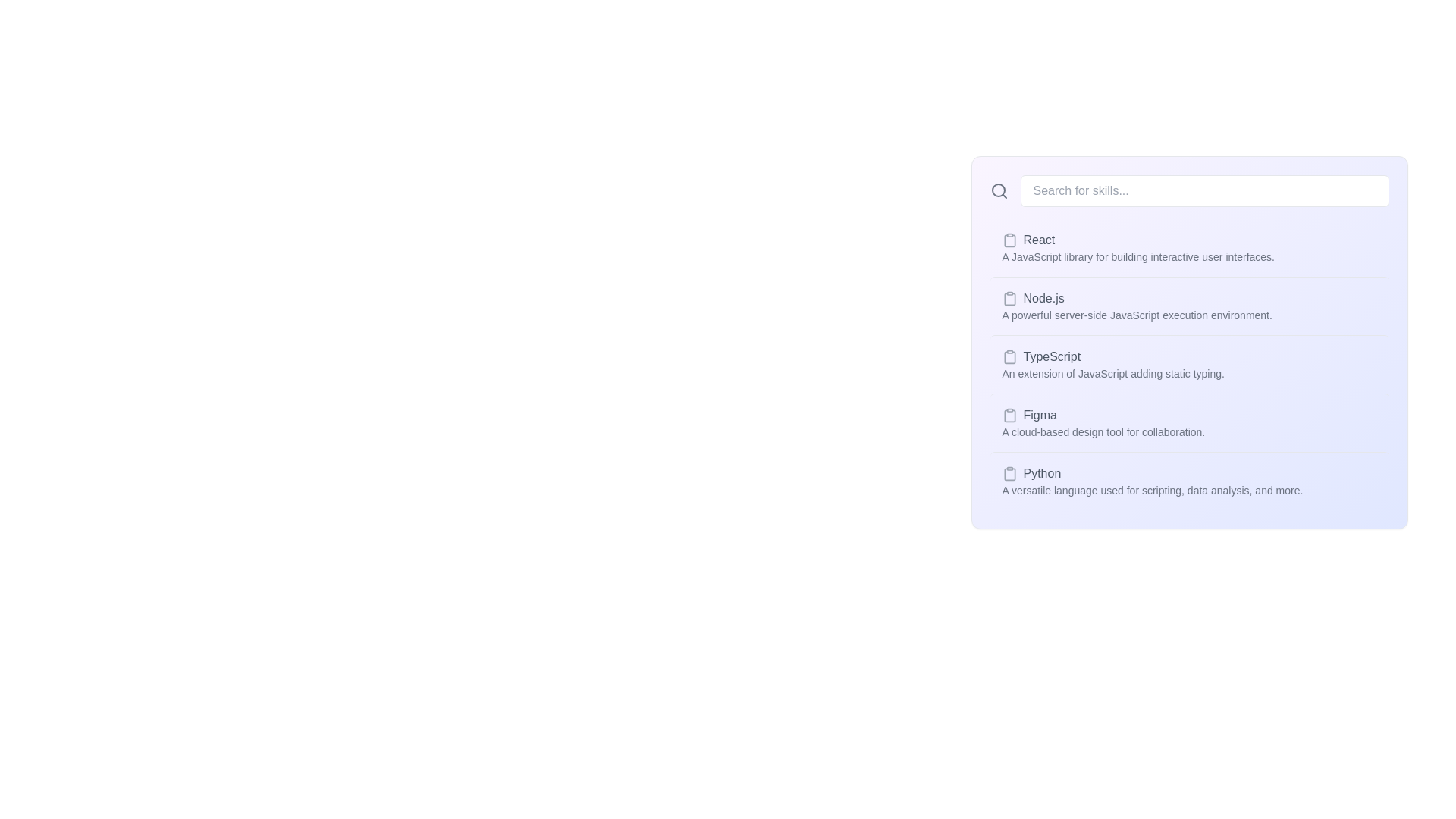  What do you see at coordinates (1009, 298) in the screenshot?
I see `the icon representing 'Node.js', which is positioned to the left of the text in the vertical list of skills` at bounding box center [1009, 298].